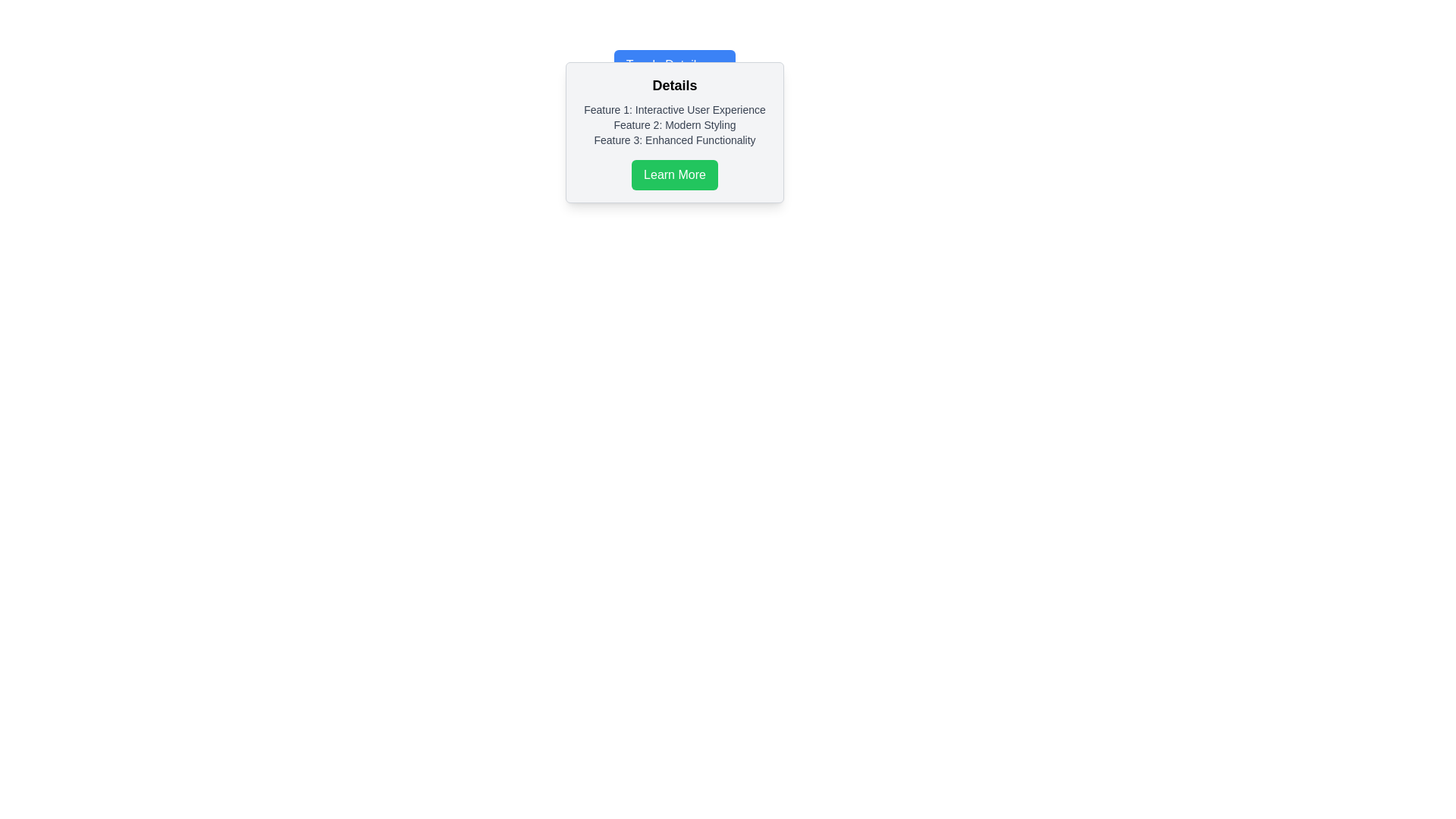  I want to click on the interactive button located at the bottom of the informational content pane, so click(673, 174).